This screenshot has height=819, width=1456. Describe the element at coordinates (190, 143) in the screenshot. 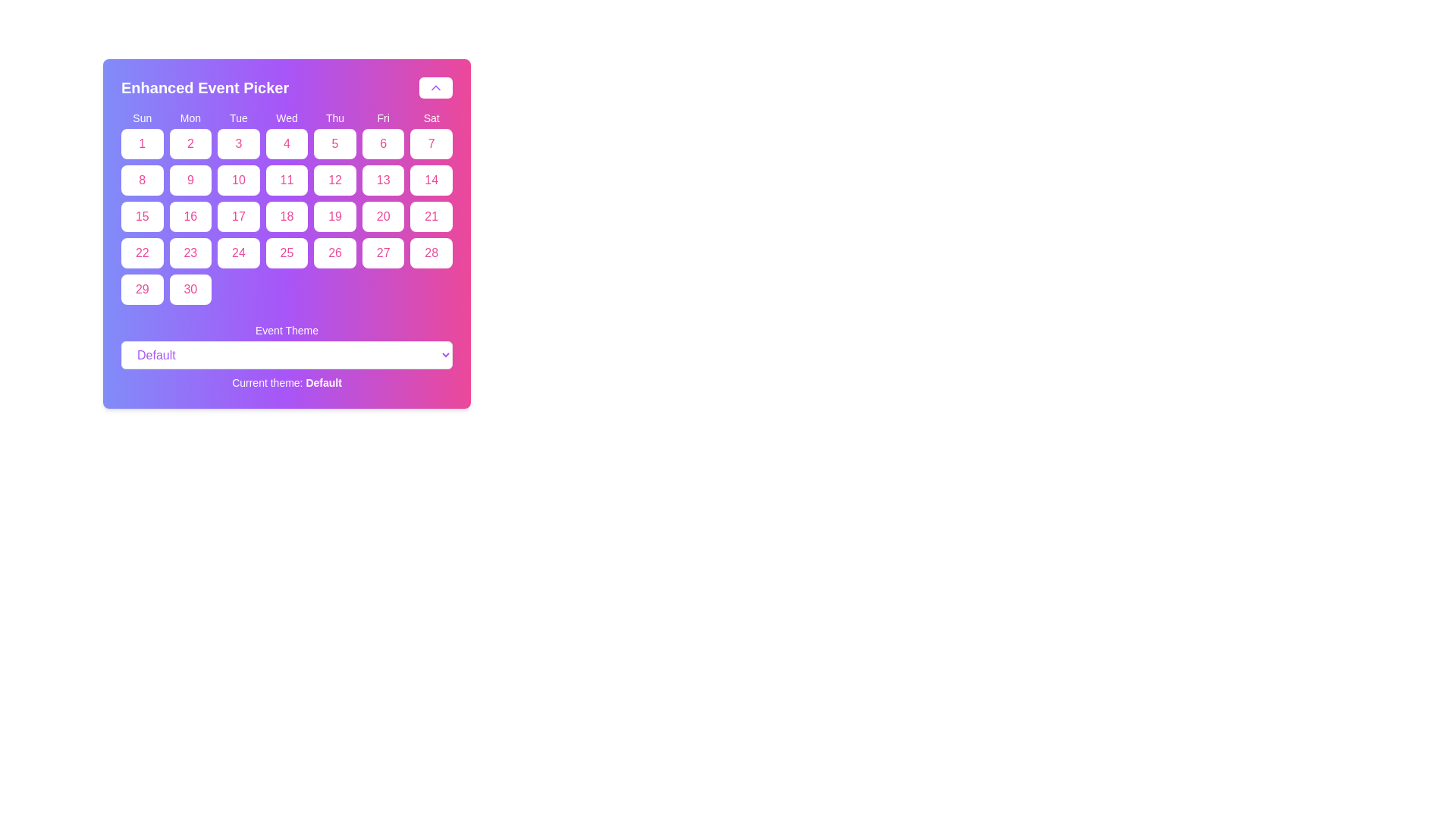

I see `the button displaying the number '2'` at that location.